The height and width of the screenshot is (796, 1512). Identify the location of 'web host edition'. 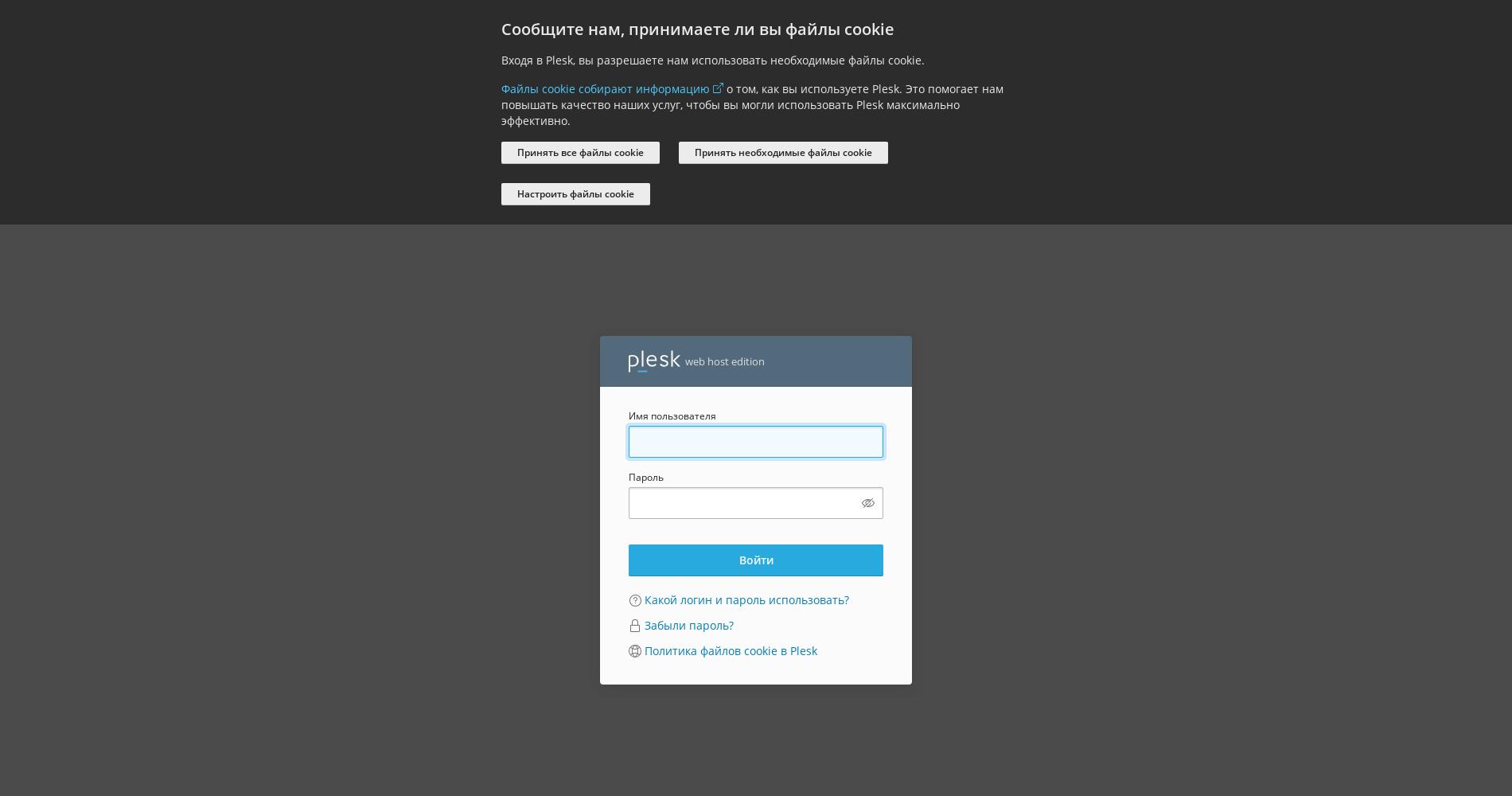
(684, 360).